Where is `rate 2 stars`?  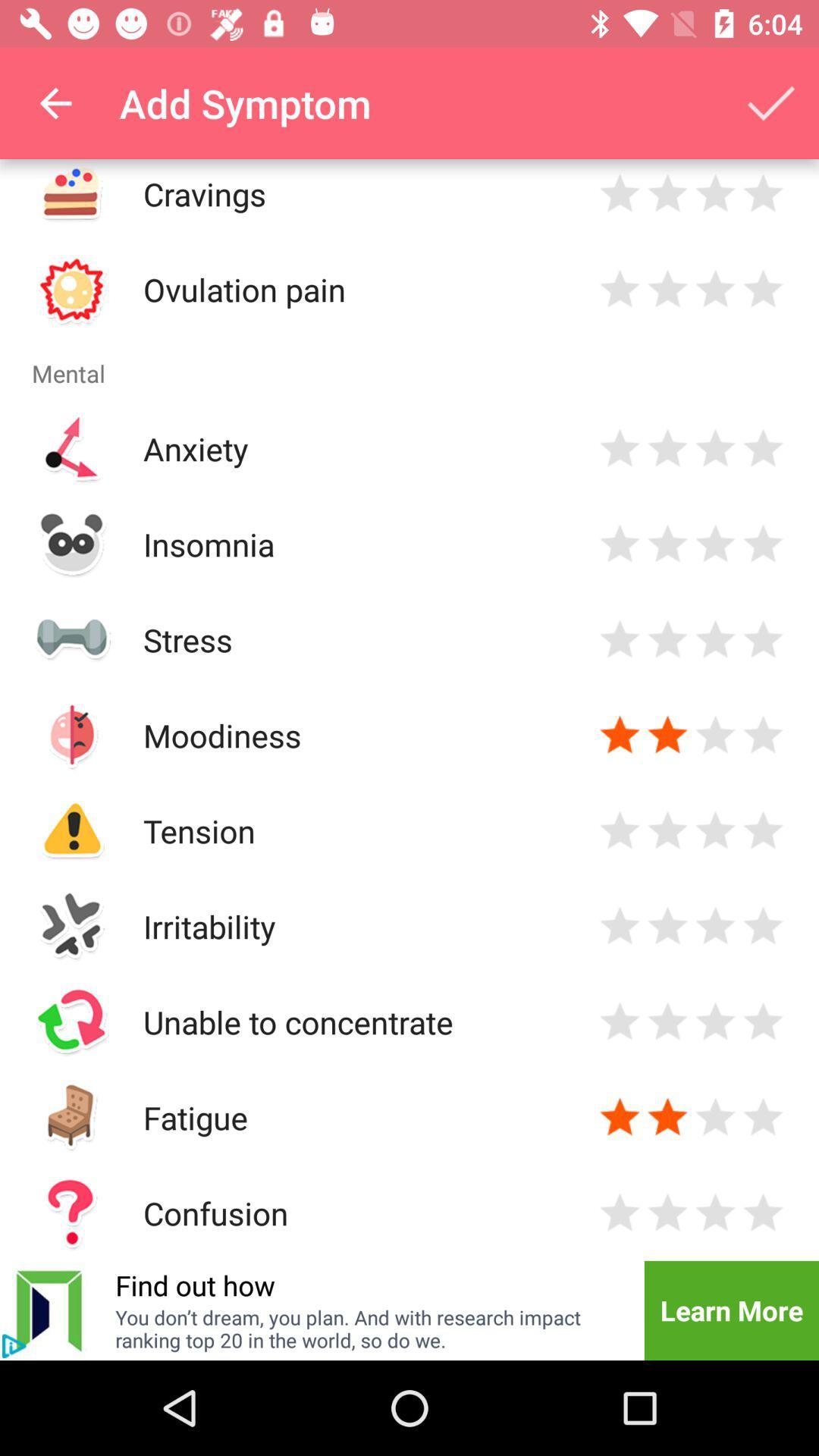
rate 2 stars is located at coordinates (667, 1021).